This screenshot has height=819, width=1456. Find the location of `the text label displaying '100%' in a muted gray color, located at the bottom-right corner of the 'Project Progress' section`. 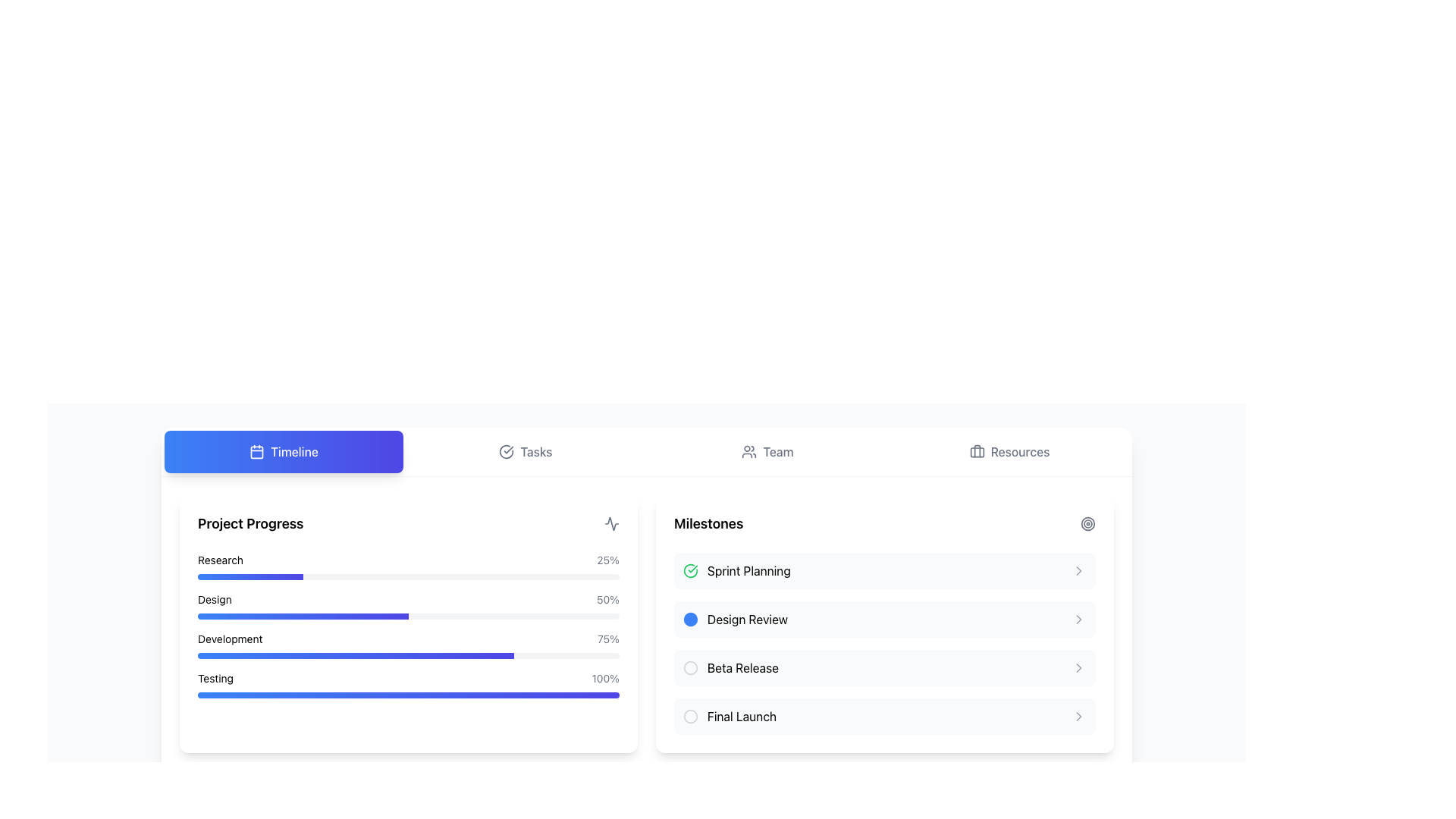

the text label displaying '100%' in a muted gray color, located at the bottom-right corner of the 'Project Progress' section is located at coordinates (604, 677).